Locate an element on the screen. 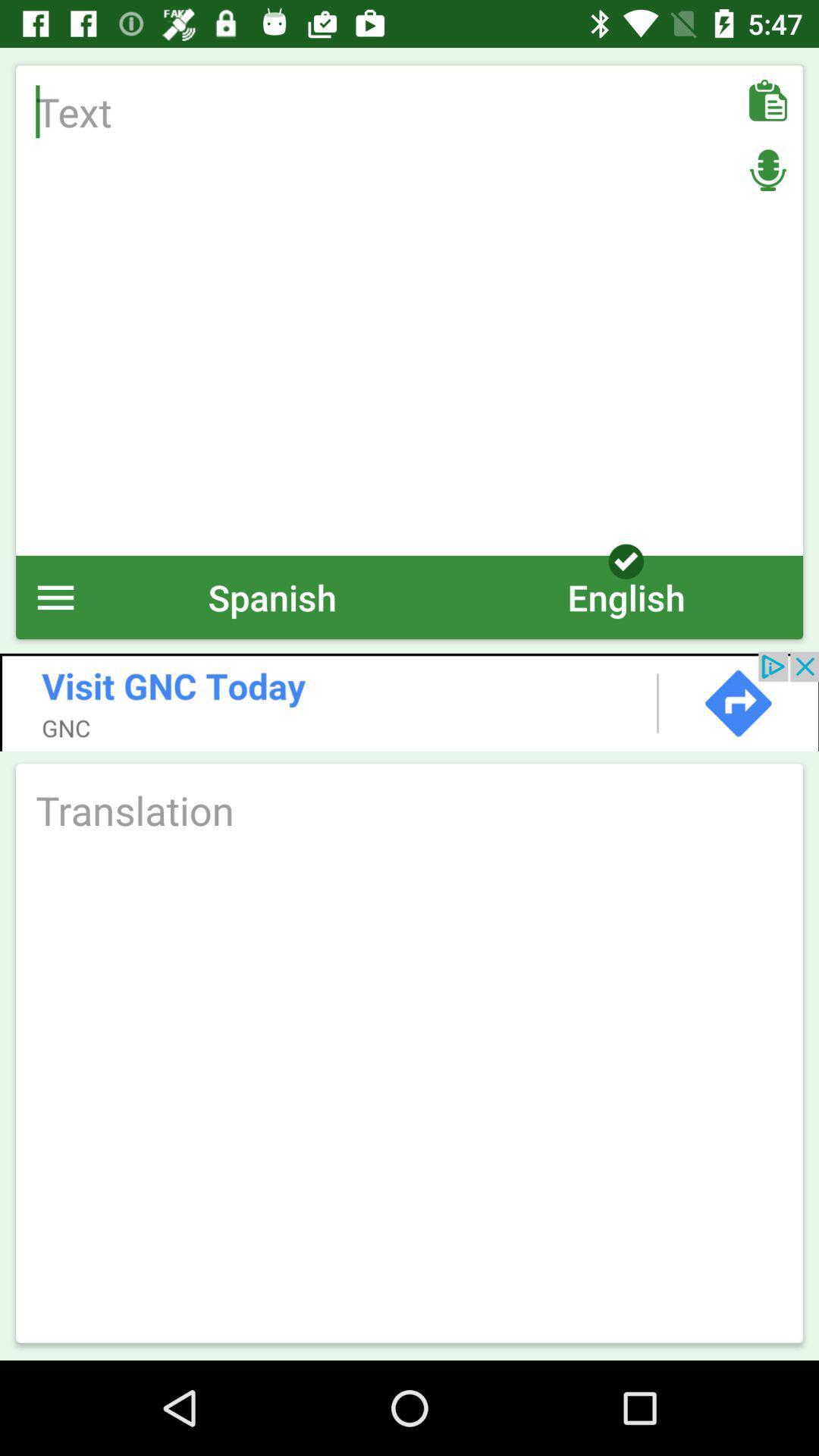 Image resolution: width=819 pixels, height=1456 pixels. paste text is located at coordinates (767, 99).